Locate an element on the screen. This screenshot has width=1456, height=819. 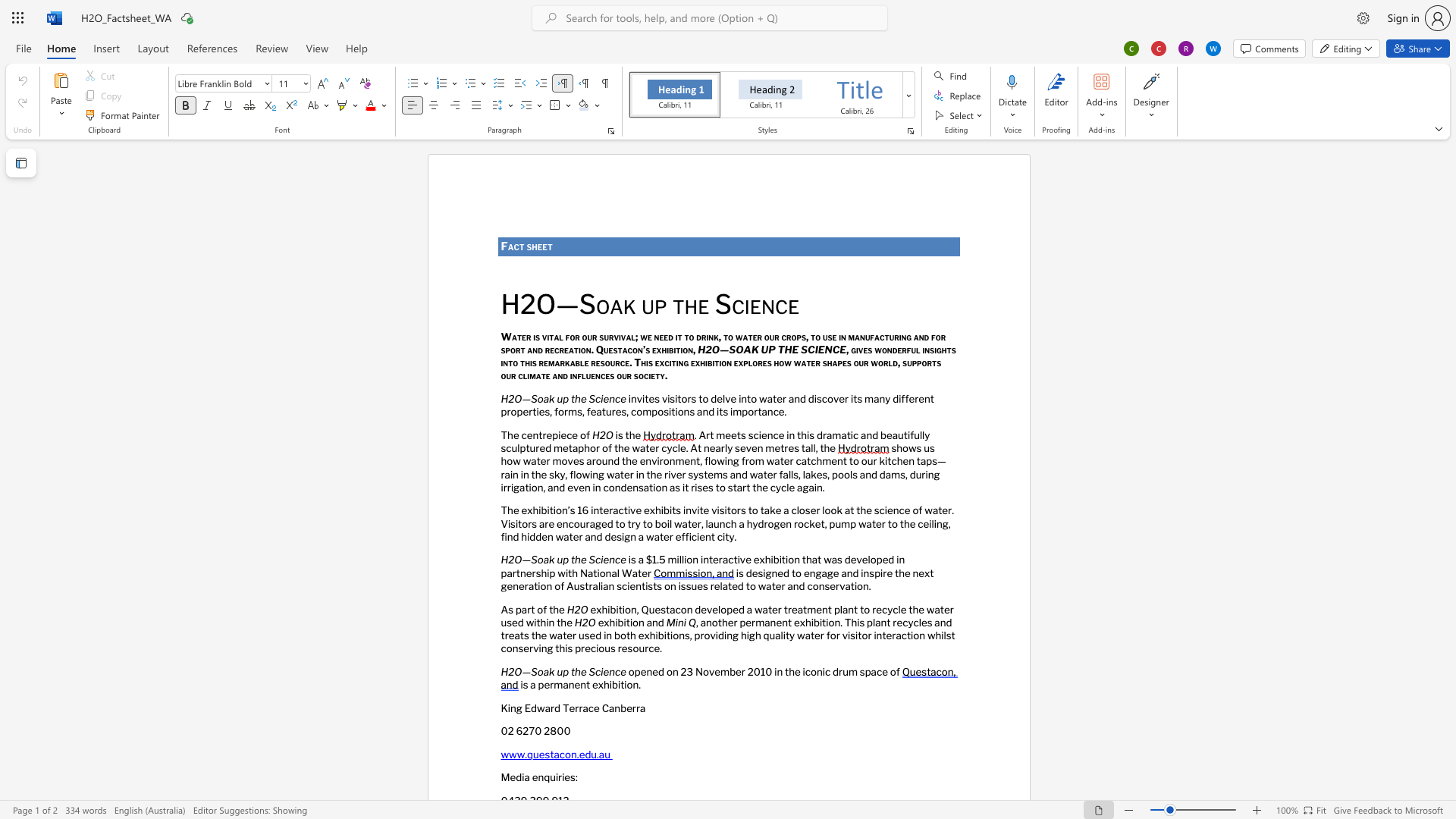
the 1th character "H" in the text is located at coordinates (504, 397).